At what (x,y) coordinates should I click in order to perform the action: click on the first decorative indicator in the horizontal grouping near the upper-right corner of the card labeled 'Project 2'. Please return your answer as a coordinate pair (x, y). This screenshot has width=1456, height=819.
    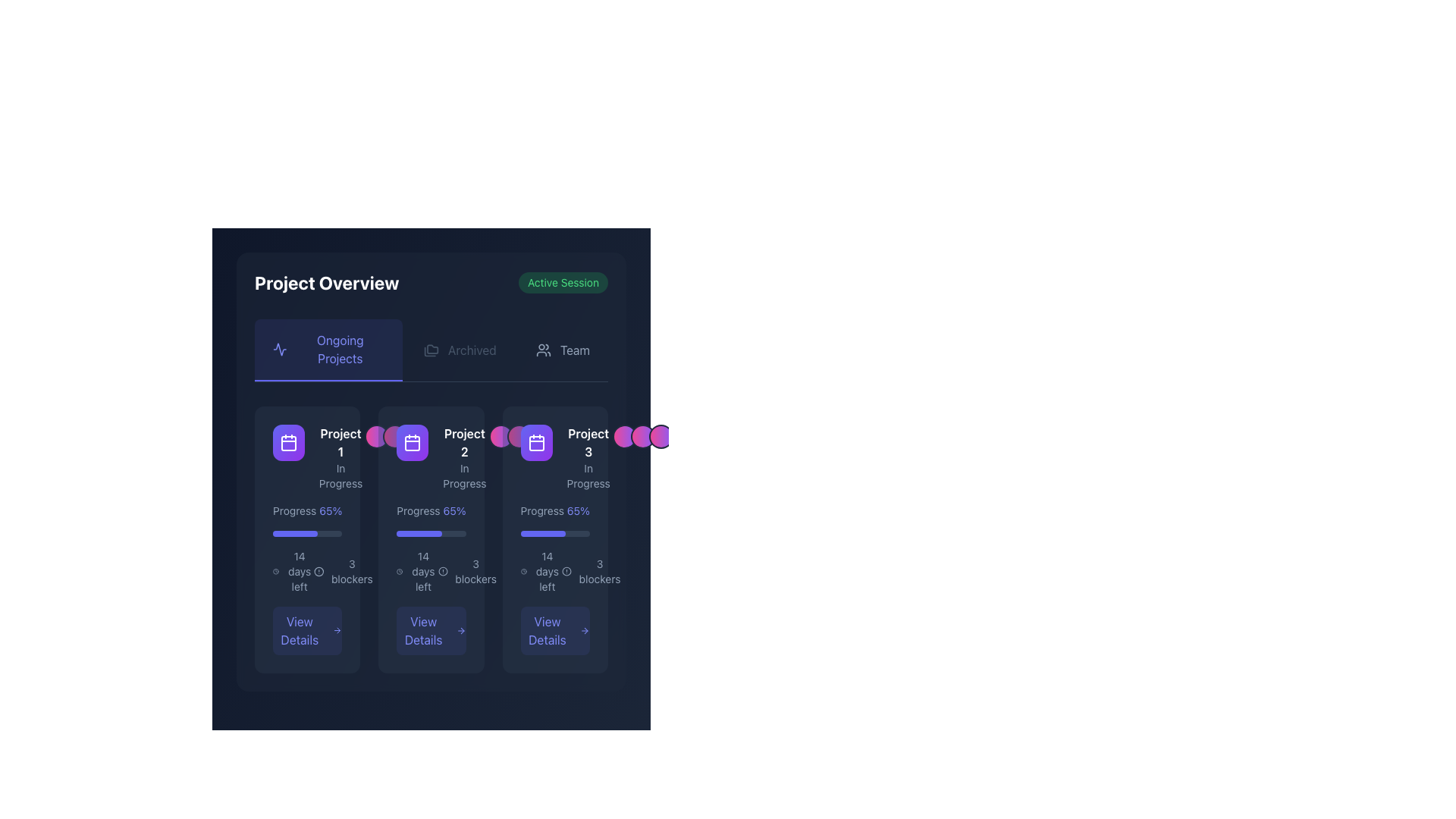
    Looking at the image, I should click on (500, 436).